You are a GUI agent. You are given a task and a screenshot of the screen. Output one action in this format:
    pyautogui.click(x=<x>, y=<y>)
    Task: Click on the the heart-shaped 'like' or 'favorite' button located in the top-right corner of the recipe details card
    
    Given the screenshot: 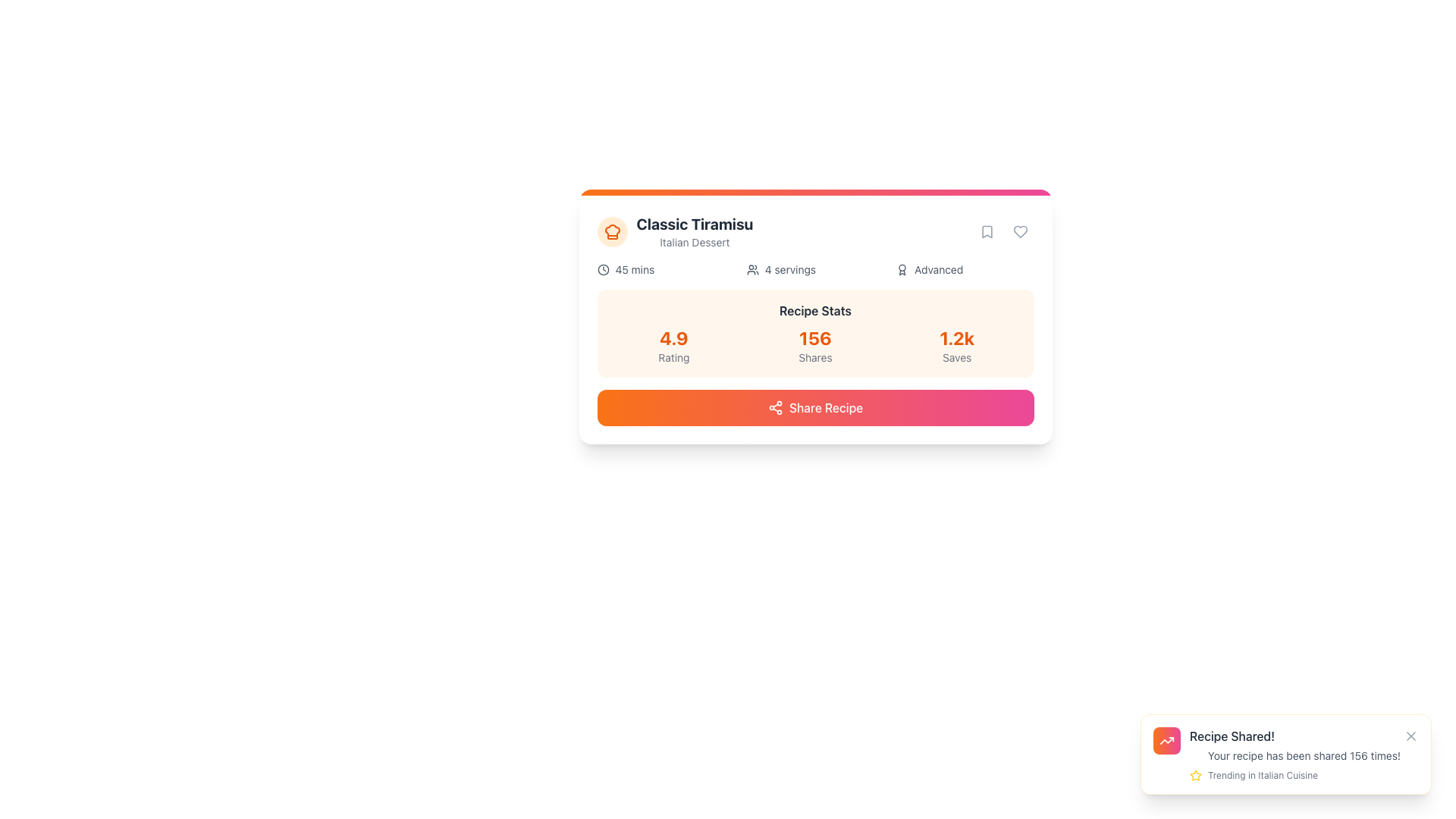 What is the action you would take?
    pyautogui.click(x=1020, y=231)
    